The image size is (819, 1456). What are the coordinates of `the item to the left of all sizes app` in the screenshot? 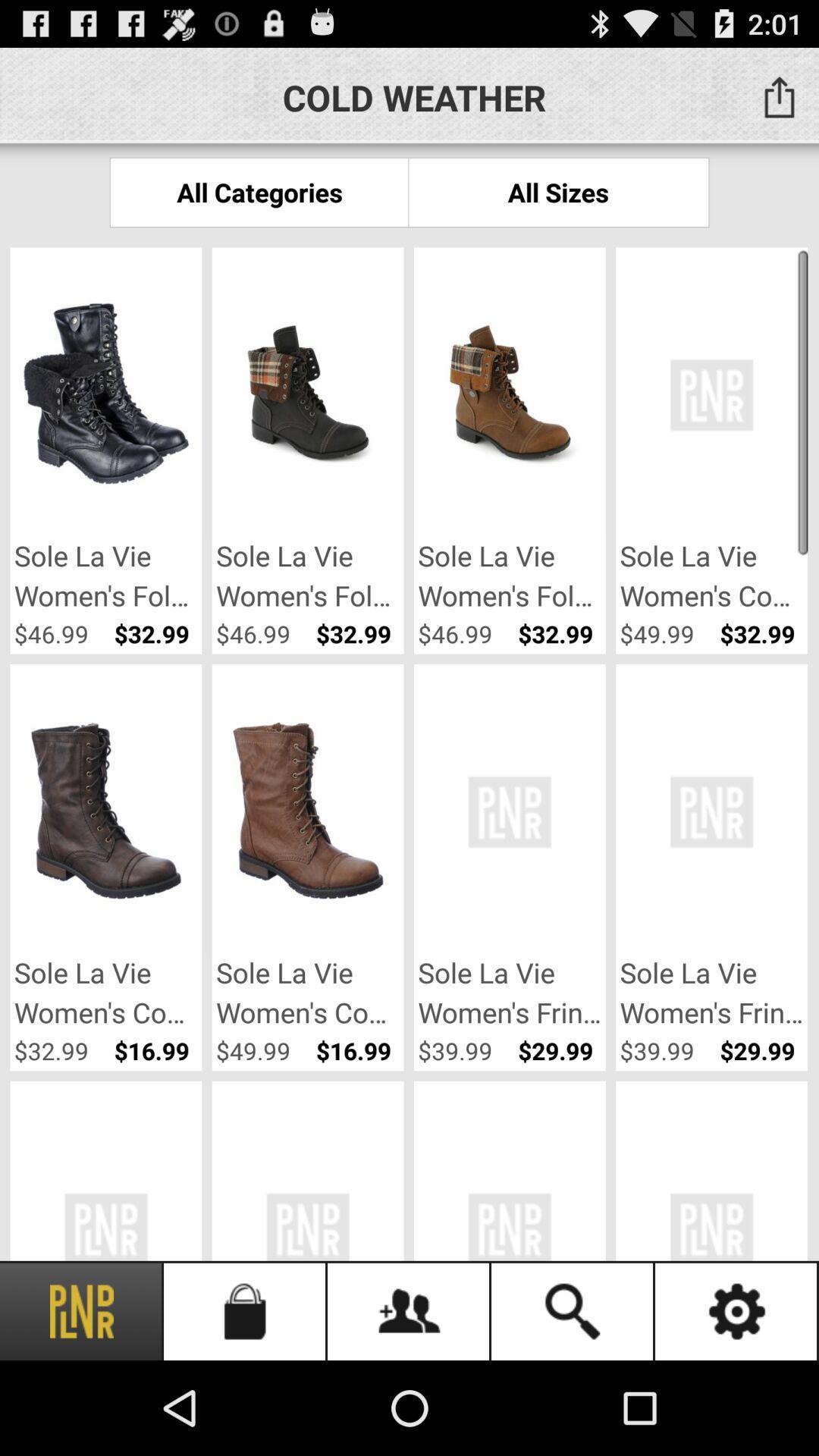 It's located at (259, 191).